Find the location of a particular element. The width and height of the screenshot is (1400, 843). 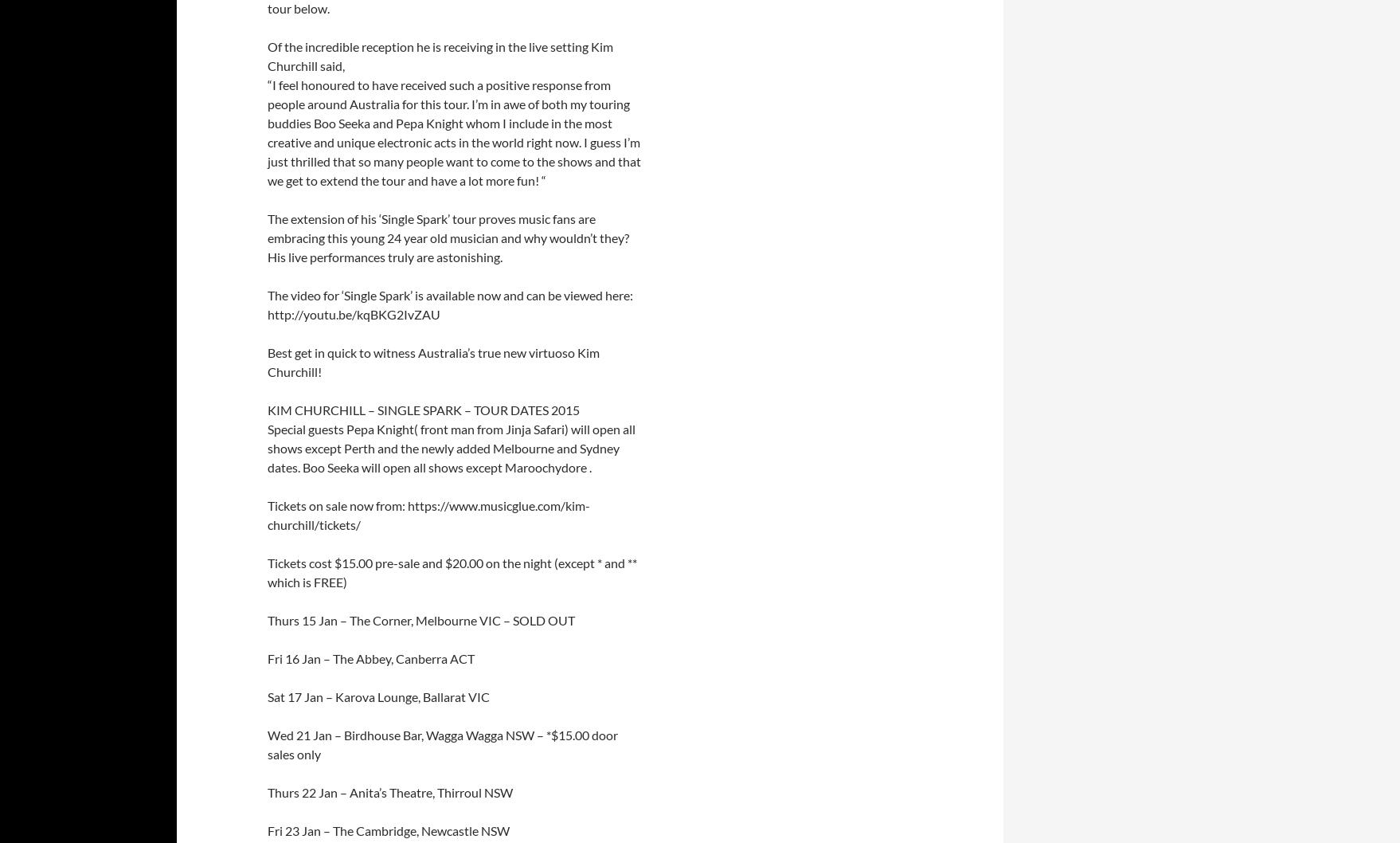

'The extension of his ‘Single Spark’ tour proves music fans are embracing this young 24 year old musician and why wouldn’t they? His live performances truly are astonishing.' is located at coordinates (448, 237).